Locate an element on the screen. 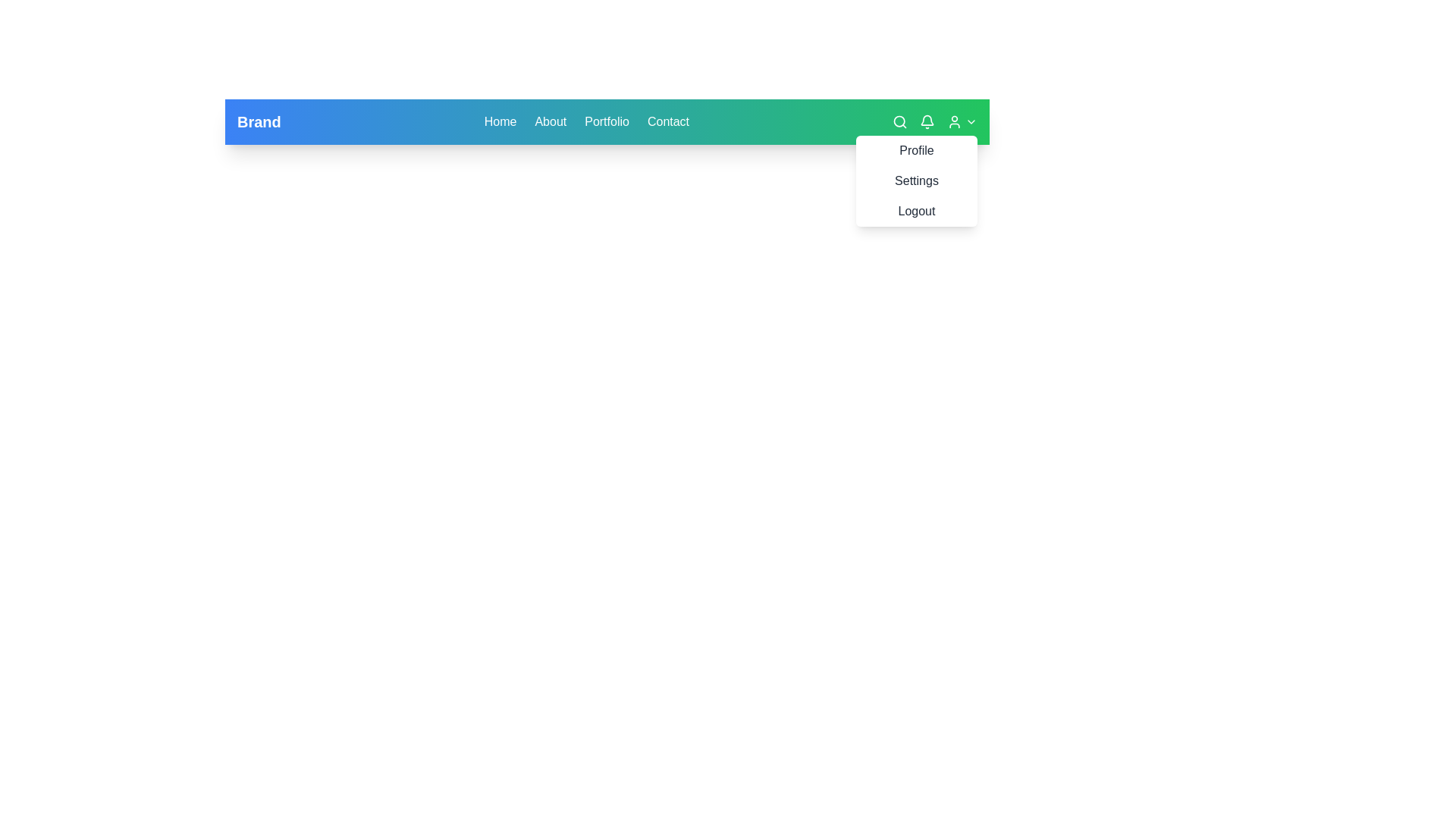  to navigate or interact with the 'Settings' option in the dropdown menu located at the top-right corner of the interface is located at coordinates (916, 180).